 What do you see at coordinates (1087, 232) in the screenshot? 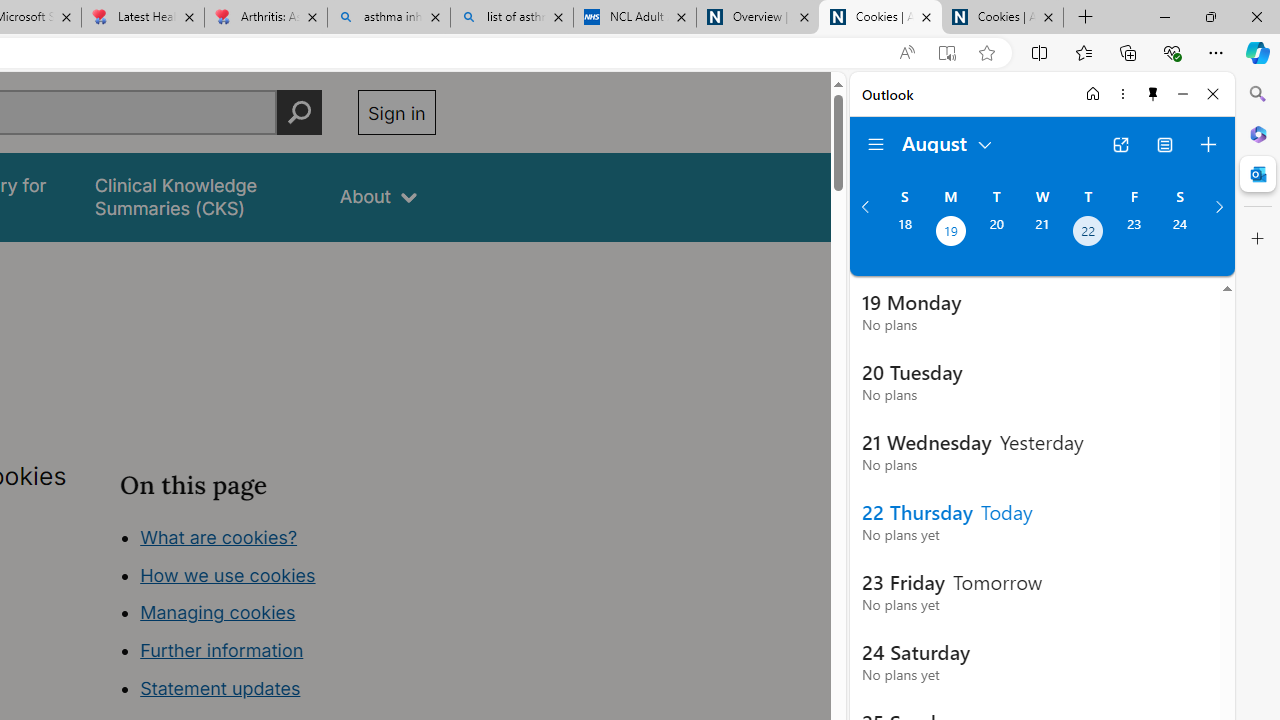
I see `'Thursday, August 22, 2024. Today. '` at bounding box center [1087, 232].